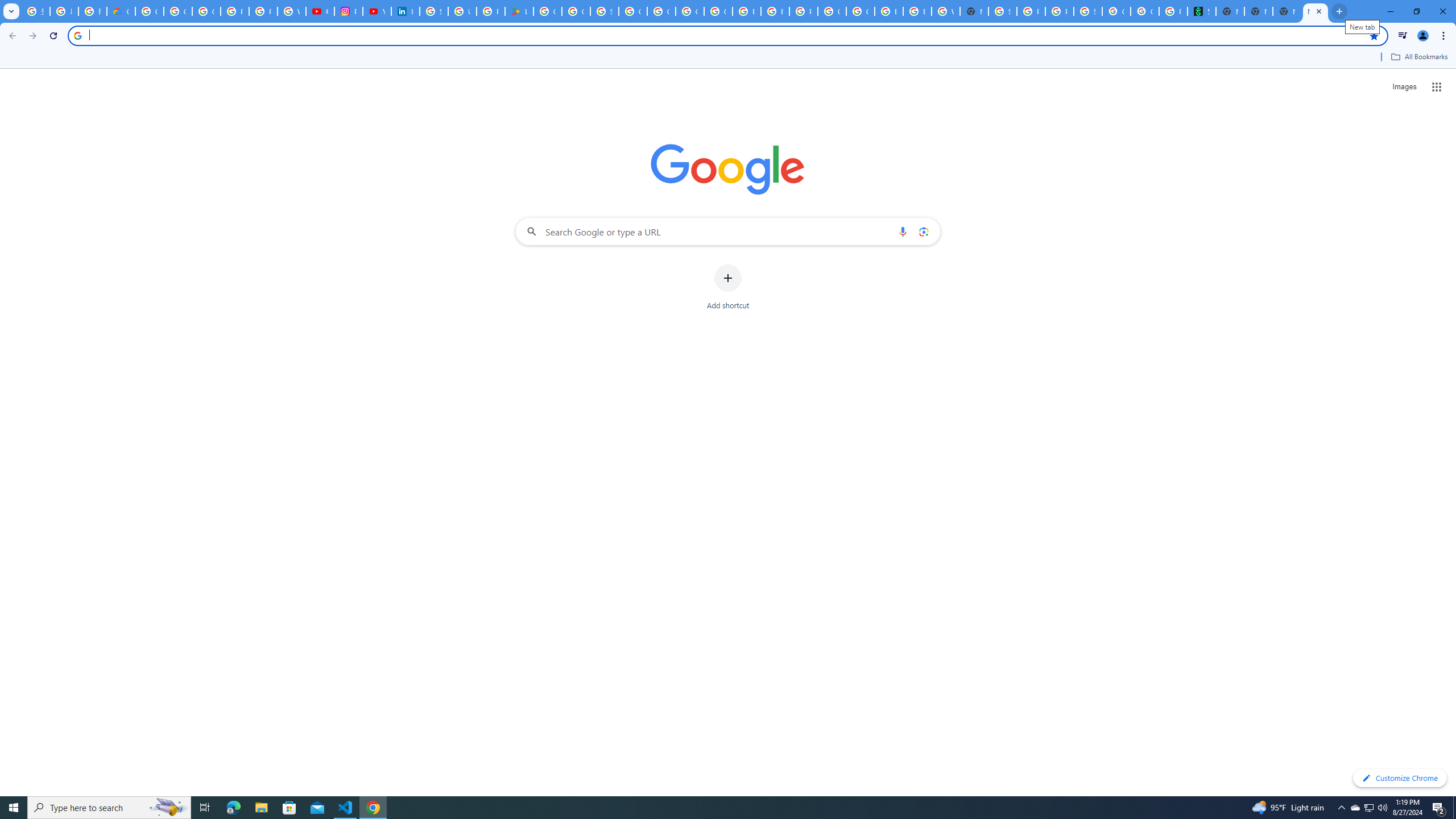 The height and width of the screenshot is (819, 1456). What do you see at coordinates (832, 11) in the screenshot?
I see `'Google Cloud Platform'` at bounding box center [832, 11].